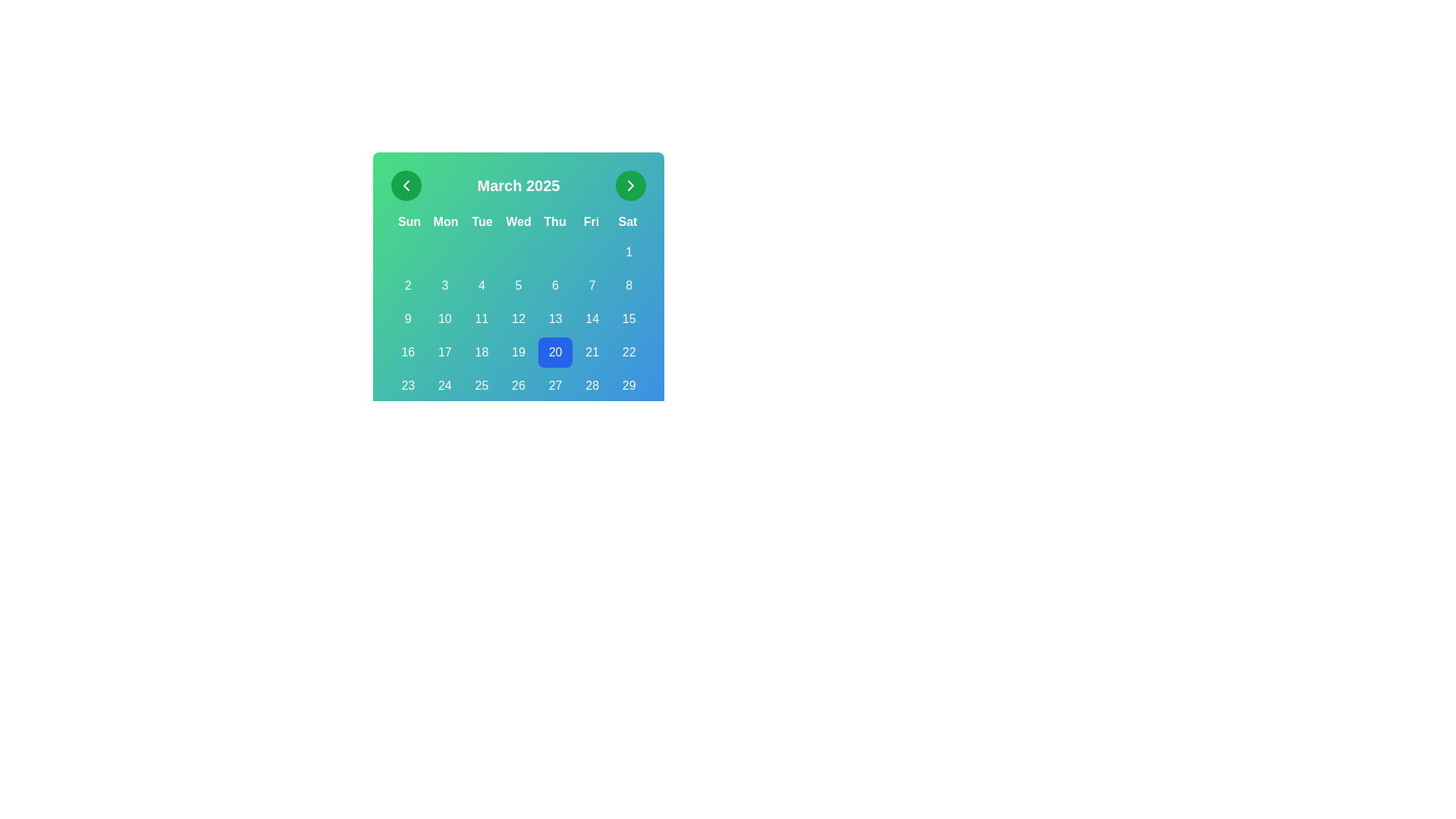  I want to click on the digit '8' button in the calendar interface located in the 7th column and 2nd row under the 'Sat' header, so click(629, 286).